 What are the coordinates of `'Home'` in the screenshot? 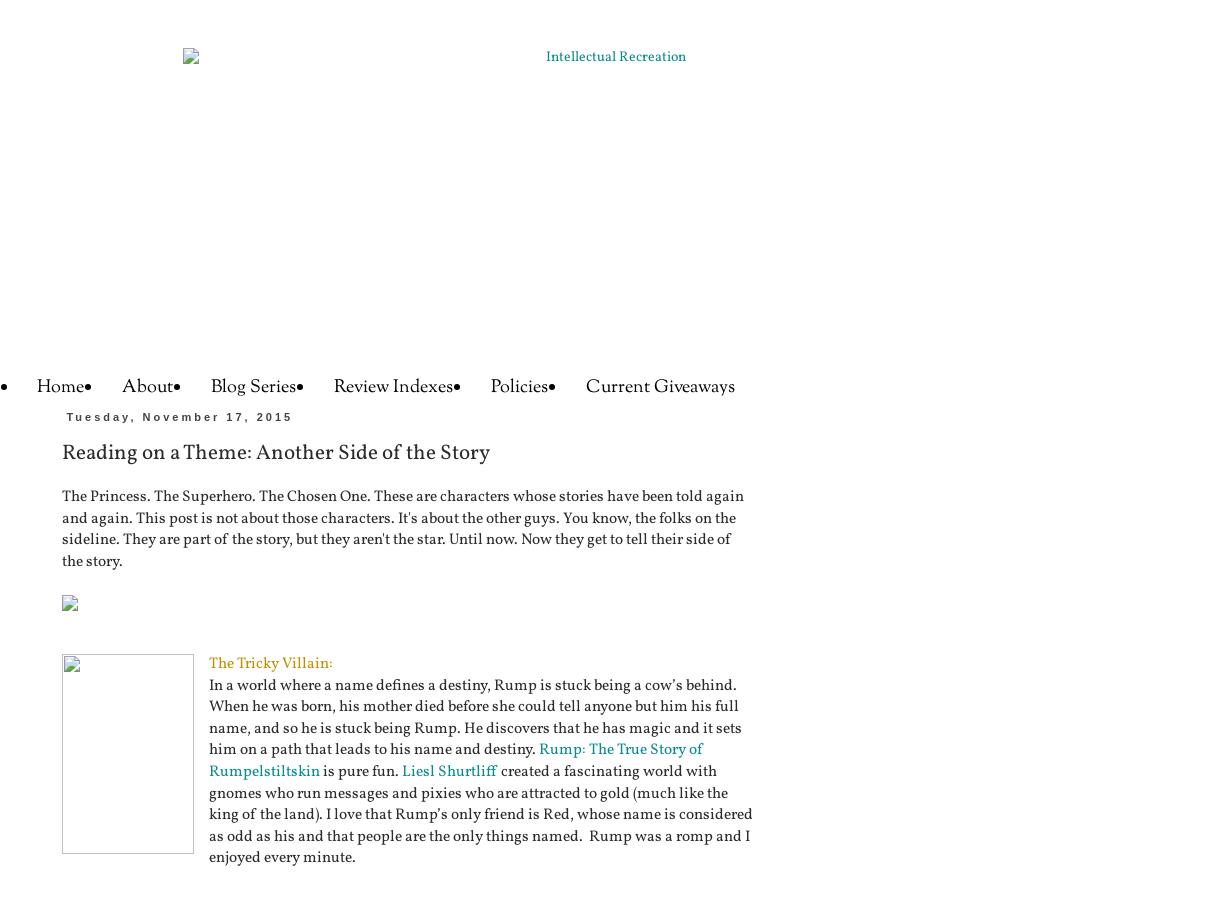 It's located at (35, 386).